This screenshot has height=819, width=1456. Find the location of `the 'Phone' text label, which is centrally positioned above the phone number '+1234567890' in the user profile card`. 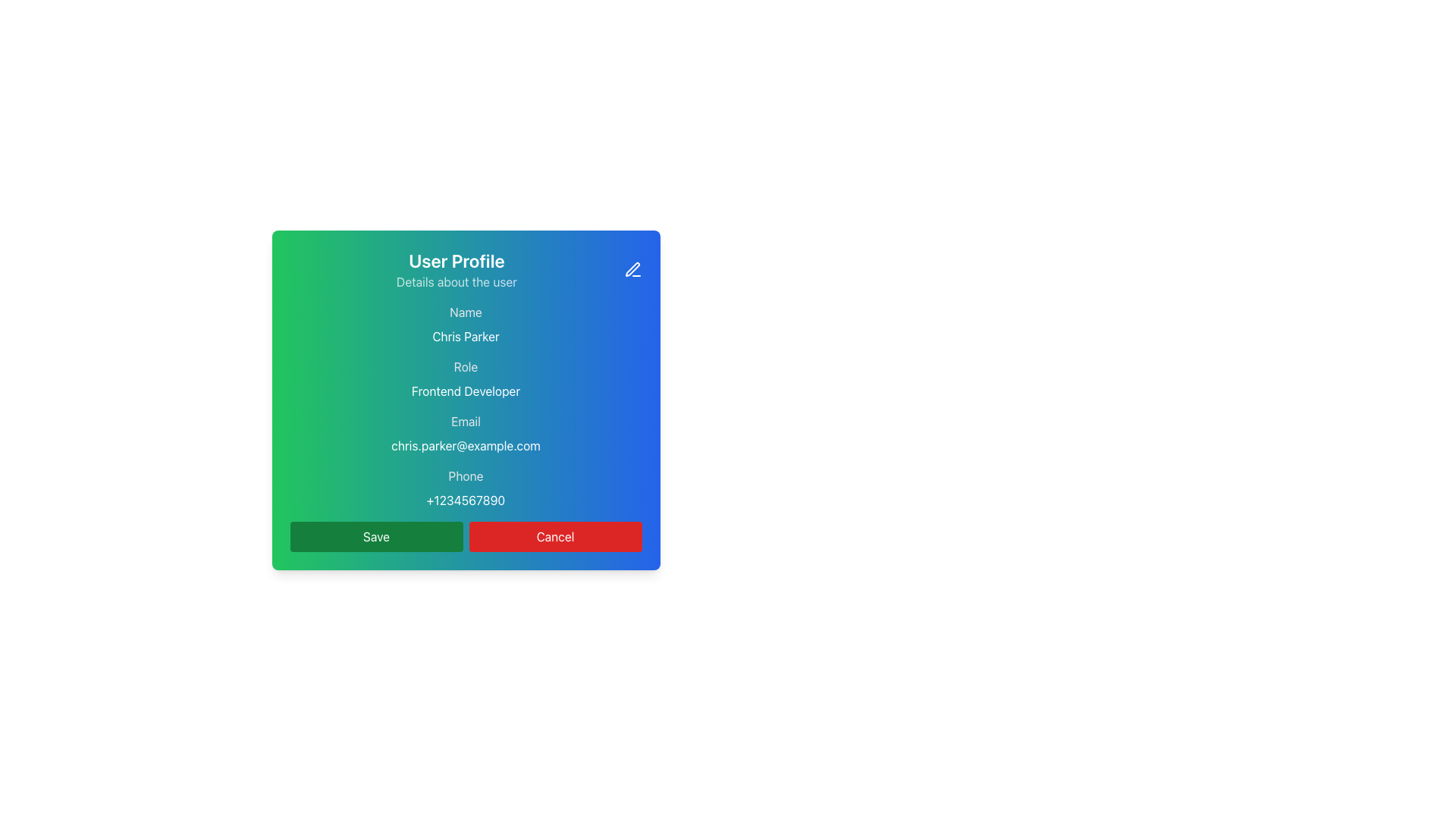

the 'Phone' text label, which is centrally positioned above the phone number '+1234567890' in the user profile card is located at coordinates (465, 475).